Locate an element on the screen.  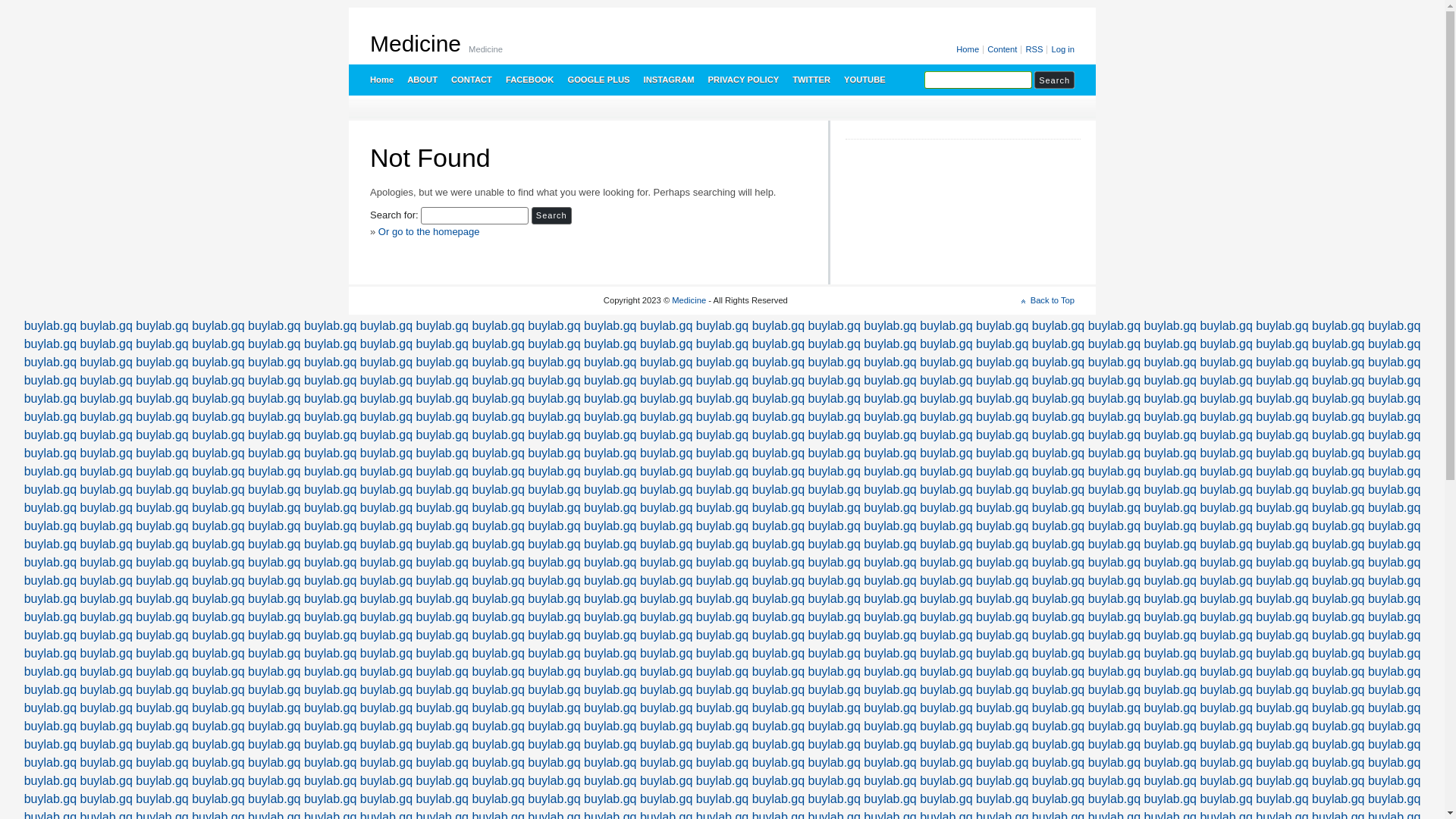
'Search' is located at coordinates (551, 215).